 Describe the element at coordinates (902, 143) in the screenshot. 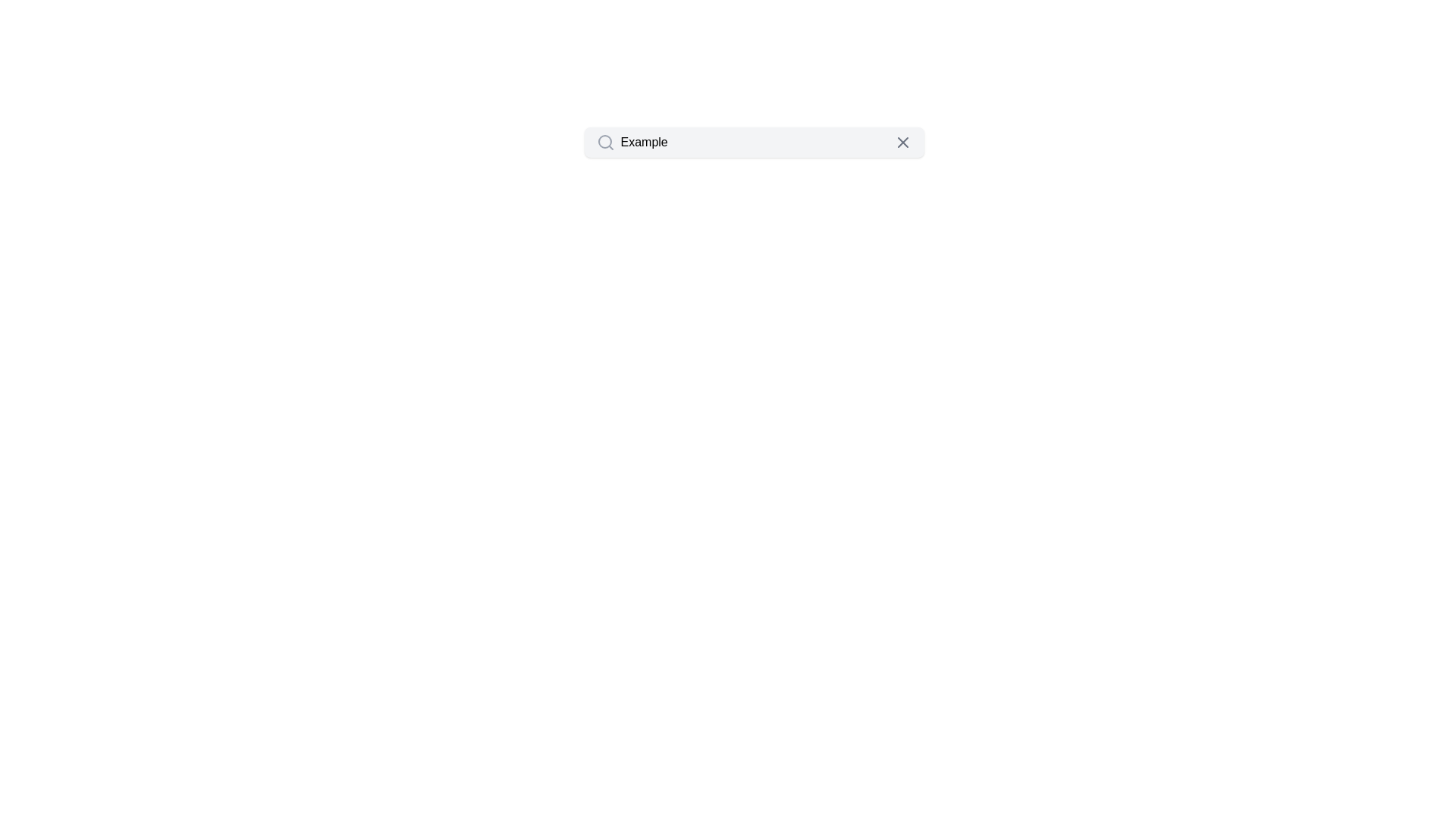

I see `the clear button located at the far right of the search bar to clear the content of the associated input field` at that location.